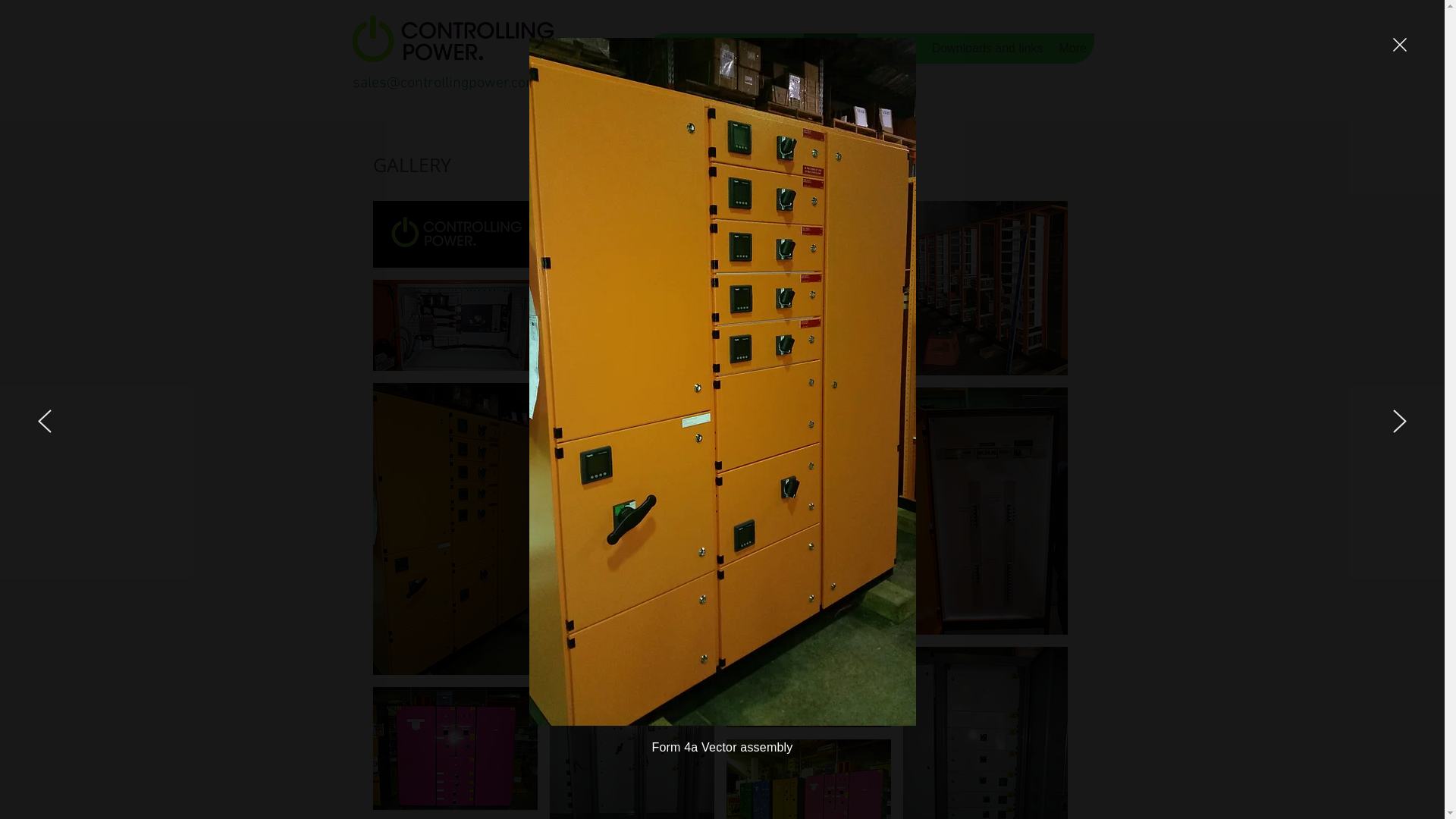 The width and height of the screenshot is (1456, 819). I want to click on 'Downloads and links', so click(987, 48).